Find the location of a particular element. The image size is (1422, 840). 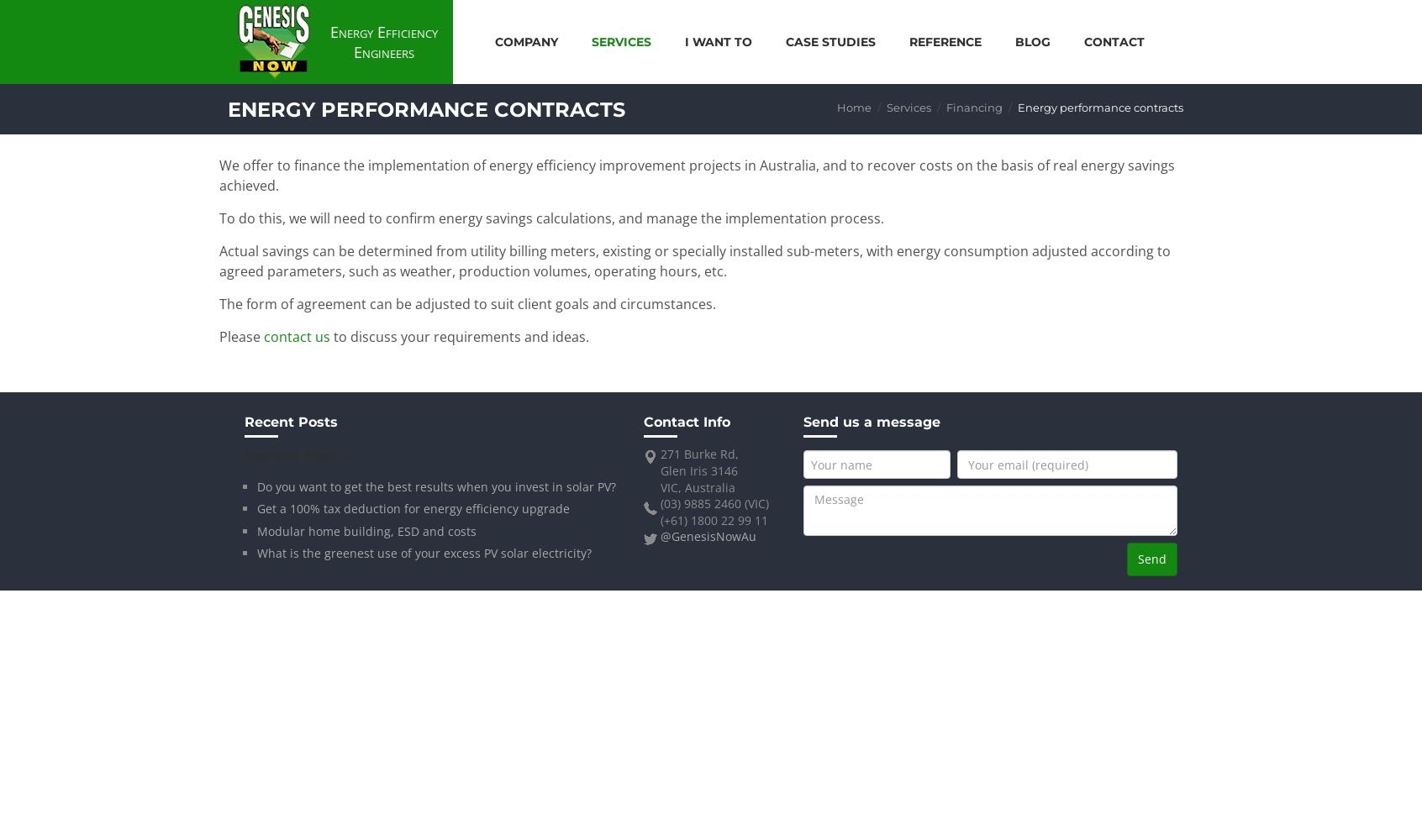

'Financing' is located at coordinates (598, 198).